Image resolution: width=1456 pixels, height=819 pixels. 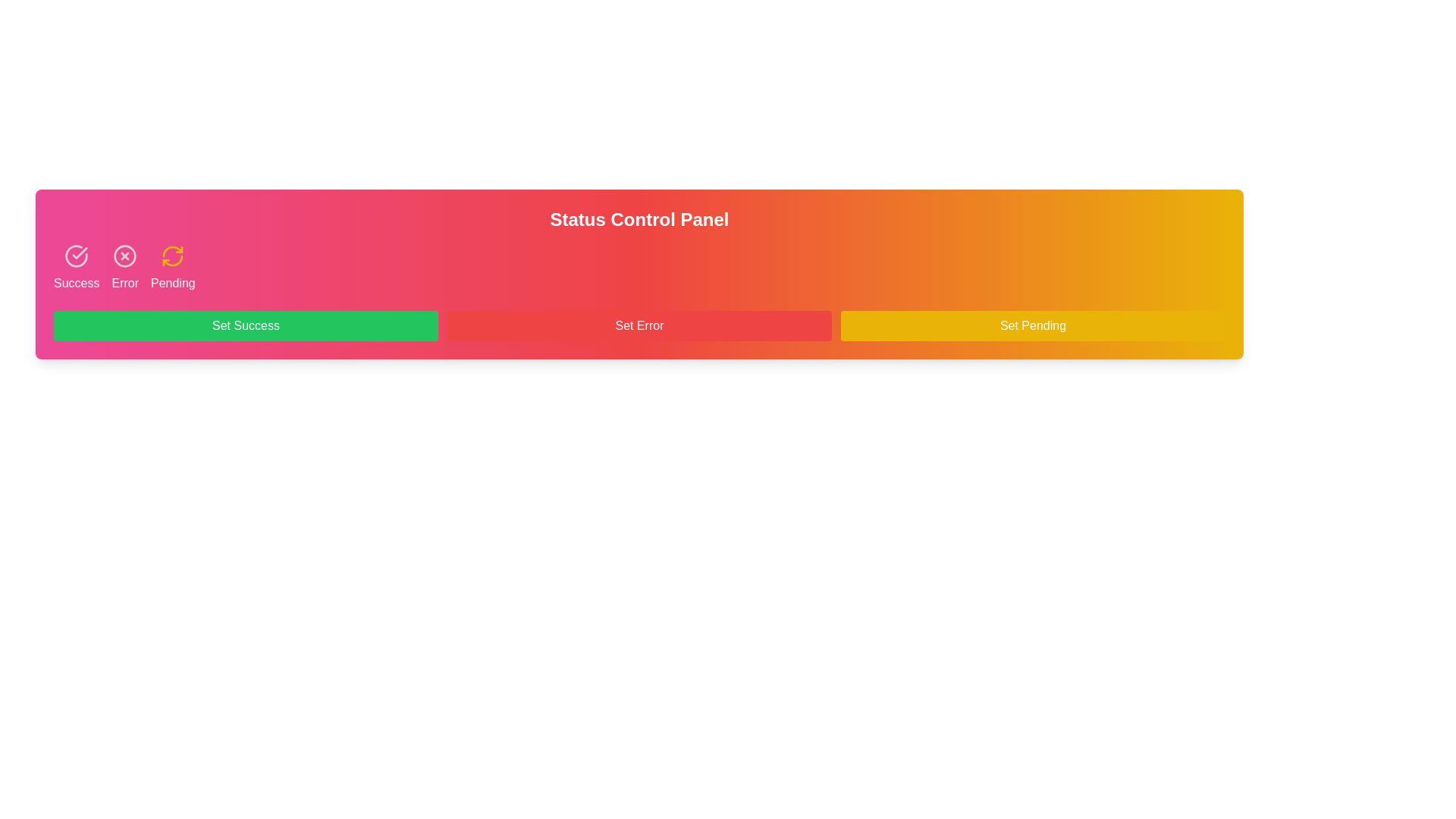 What do you see at coordinates (125, 284) in the screenshot?
I see `the 'Error' status text label, which is the second text label in a pink gradient panel located beneath the second icon` at bounding box center [125, 284].